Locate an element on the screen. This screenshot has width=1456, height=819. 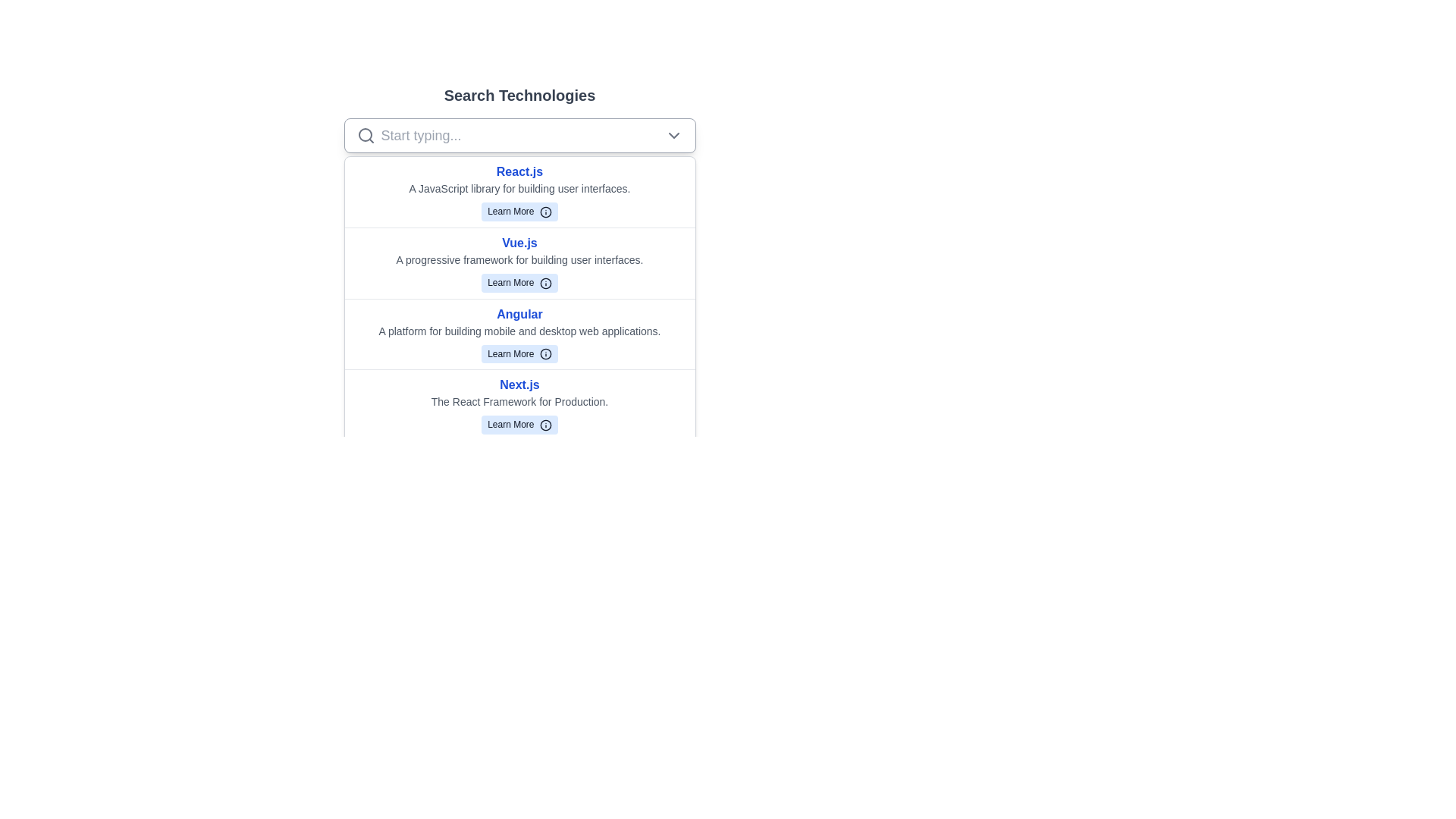
the 'Learn More' button on the Informational card for 'Next.js', which is the fourth item in a vertical list of components is located at coordinates (519, 405).